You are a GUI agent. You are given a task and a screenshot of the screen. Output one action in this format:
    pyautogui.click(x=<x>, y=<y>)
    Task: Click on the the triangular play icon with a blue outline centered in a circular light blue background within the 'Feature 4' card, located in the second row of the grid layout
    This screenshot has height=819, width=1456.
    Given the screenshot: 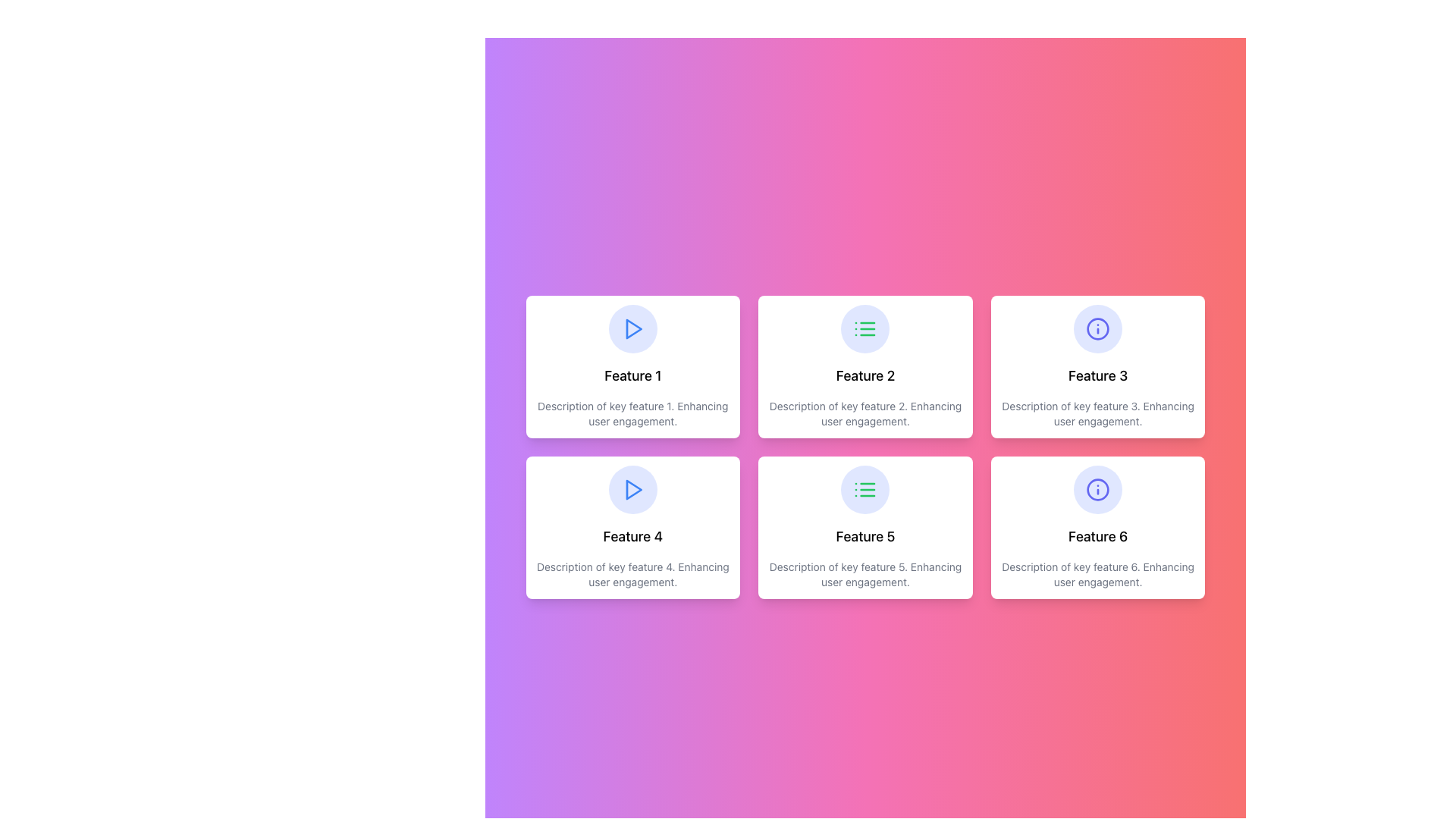 What is the action you would take?
    pyautogui.click(x=634, y=328)
    